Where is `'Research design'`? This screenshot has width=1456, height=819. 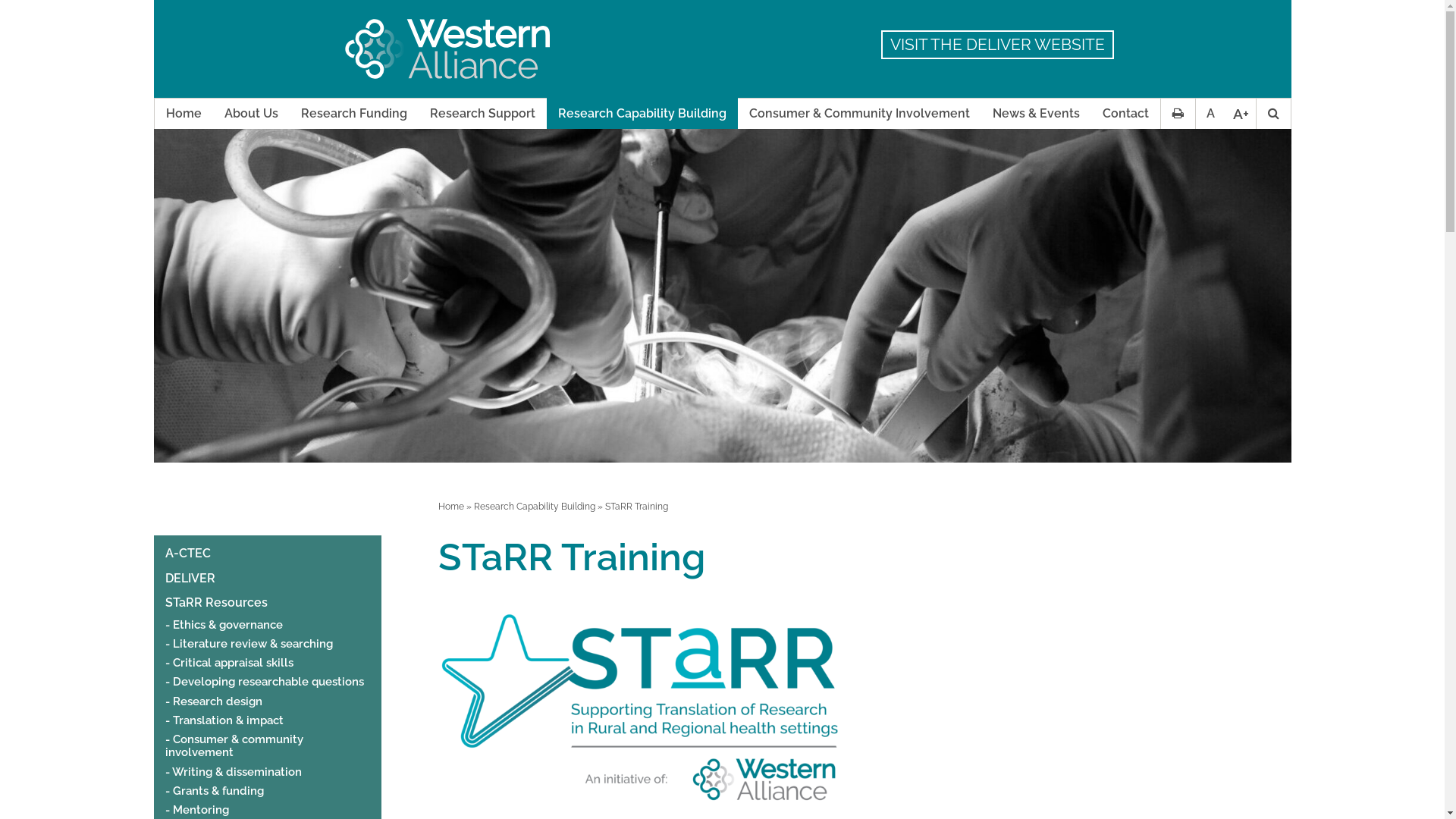 'Research design' is located at coordinates (213, 701).